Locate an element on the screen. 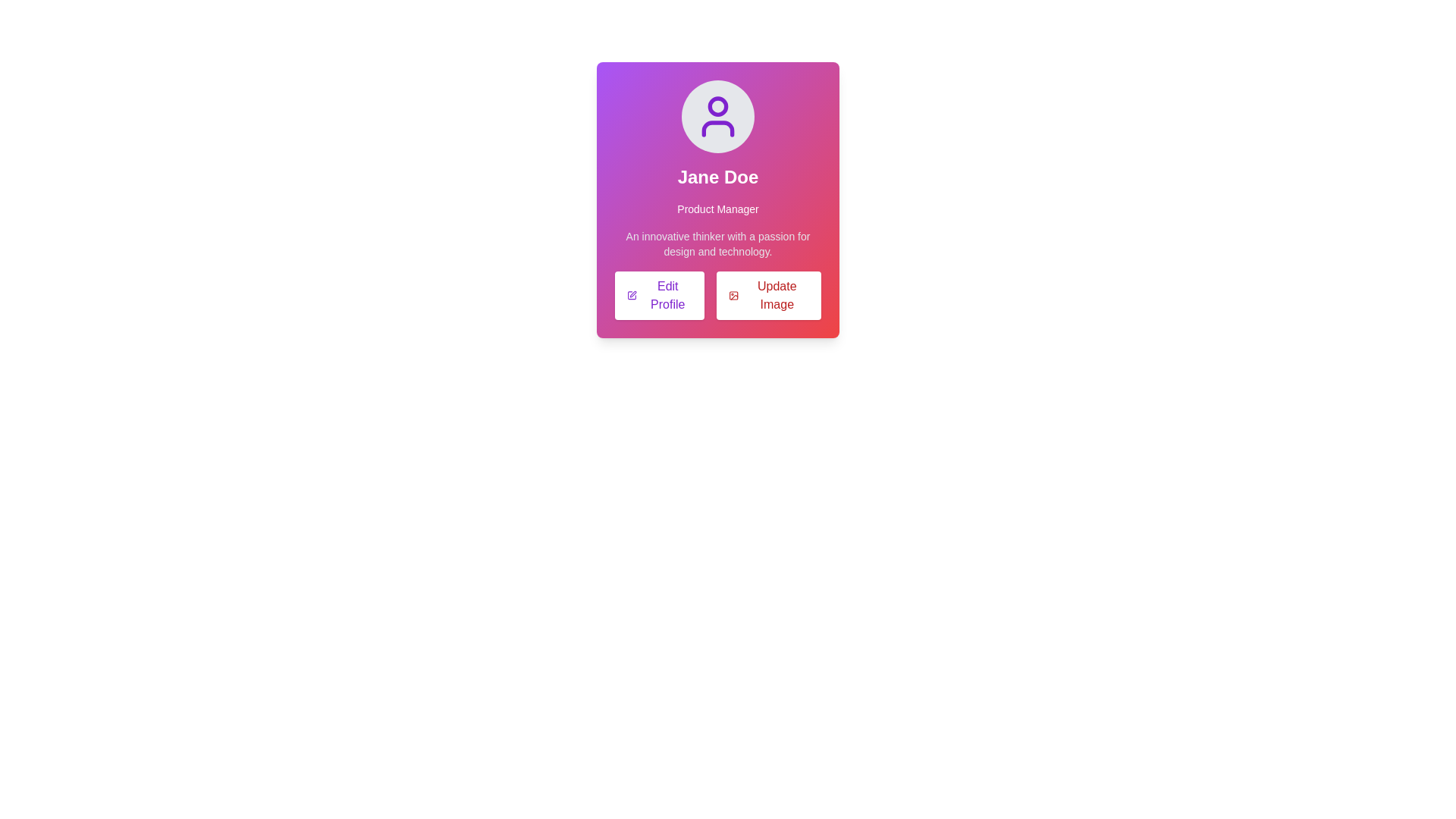 The width and height of the screenshot is (1456, 819). the 'Product Manager' text label located beneath the 'Jane Doe' header in the profile card is located at coordinates (717, 209).